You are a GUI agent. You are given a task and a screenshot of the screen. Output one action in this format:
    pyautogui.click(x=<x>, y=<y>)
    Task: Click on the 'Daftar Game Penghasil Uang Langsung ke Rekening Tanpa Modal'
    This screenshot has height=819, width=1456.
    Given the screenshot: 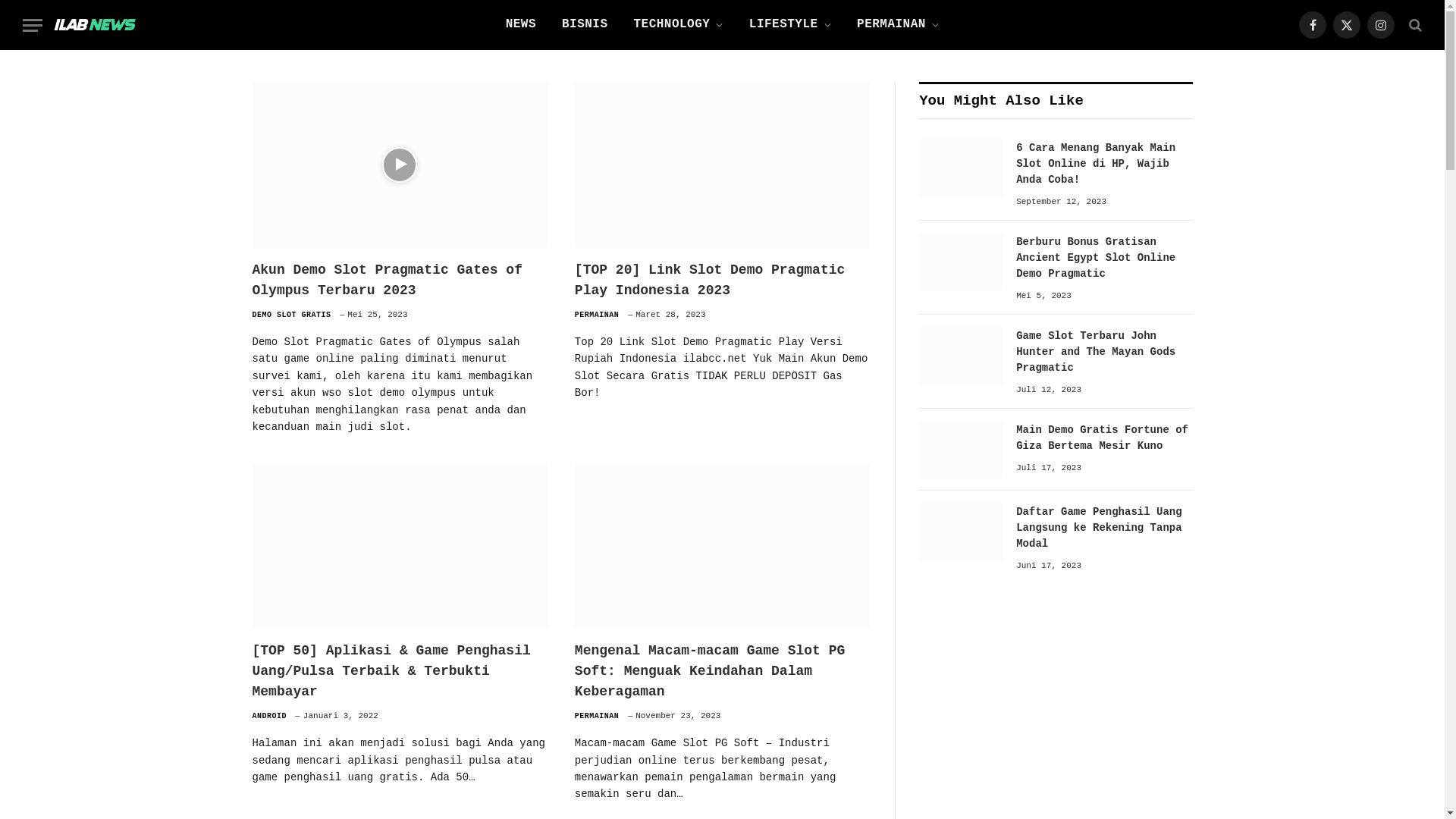 What is the action you would take?
    pyautogui.click(x=960, y=531)
    